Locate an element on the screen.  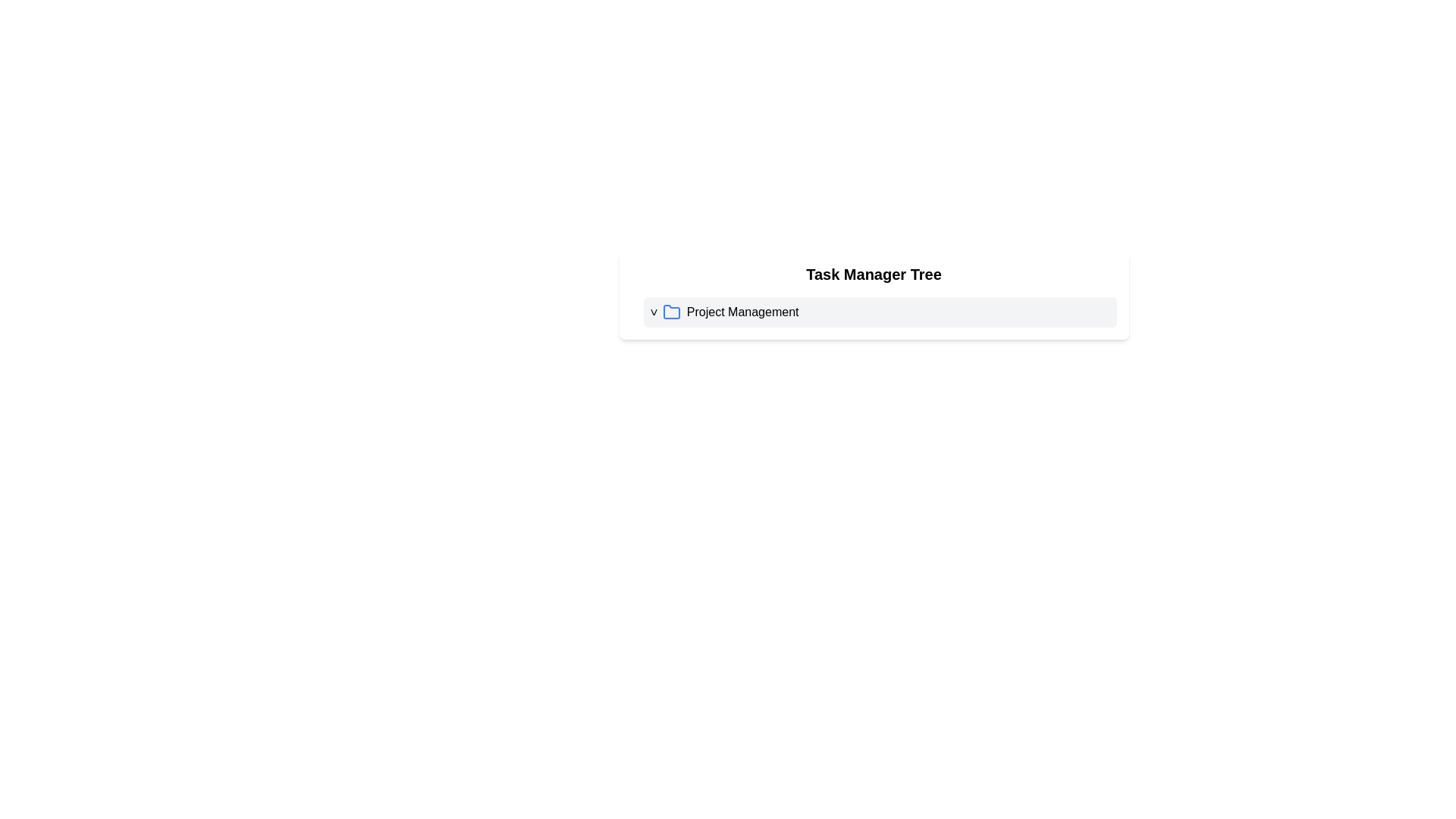
the folder SVG icon located next to the text 'Project Management' to perform related actions with adjacent elements is located at coordinates (670, 312).